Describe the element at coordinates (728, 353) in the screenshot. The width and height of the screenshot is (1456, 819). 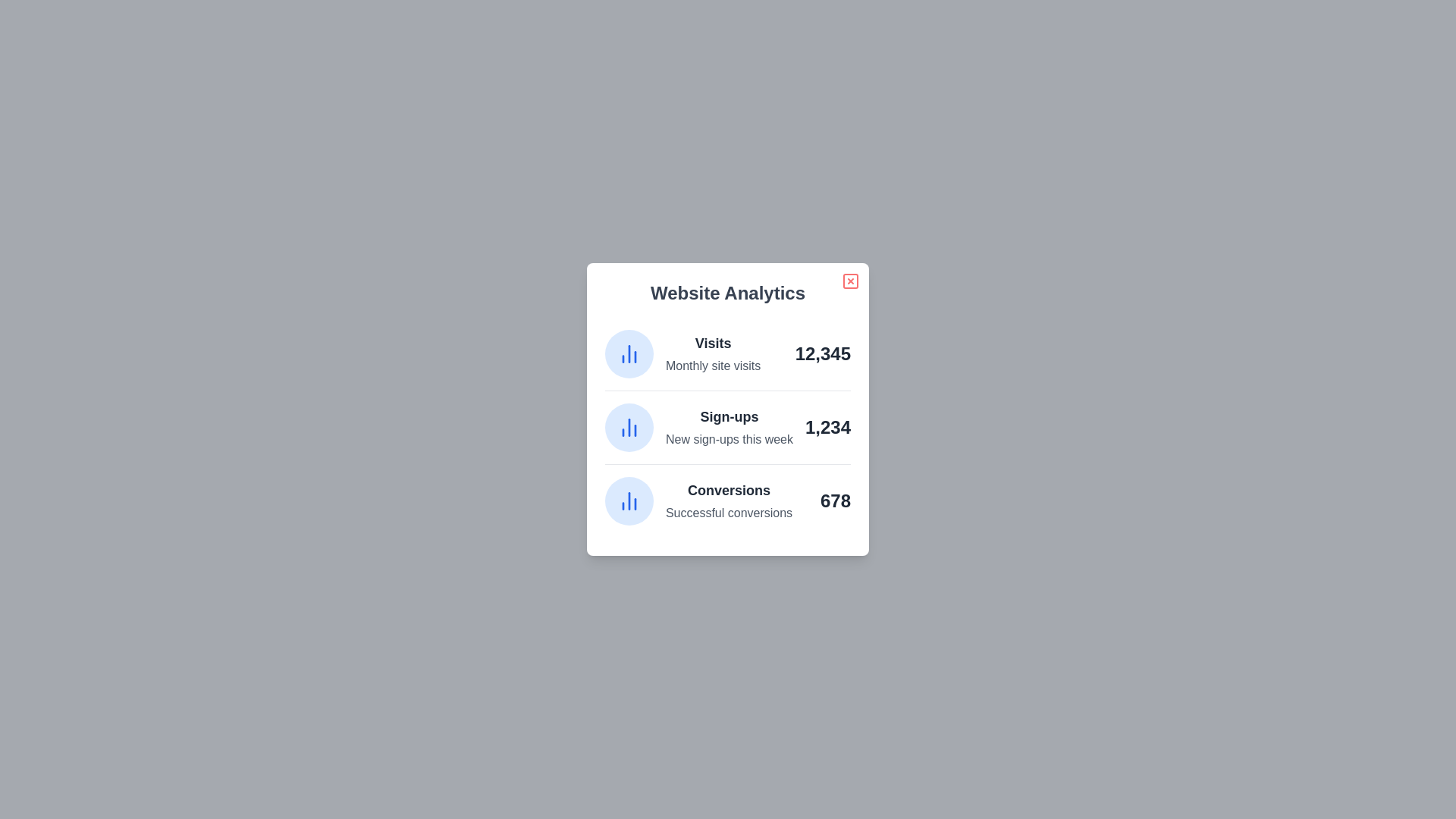
I see `the 'Visits' section to analyze its data` at that location.